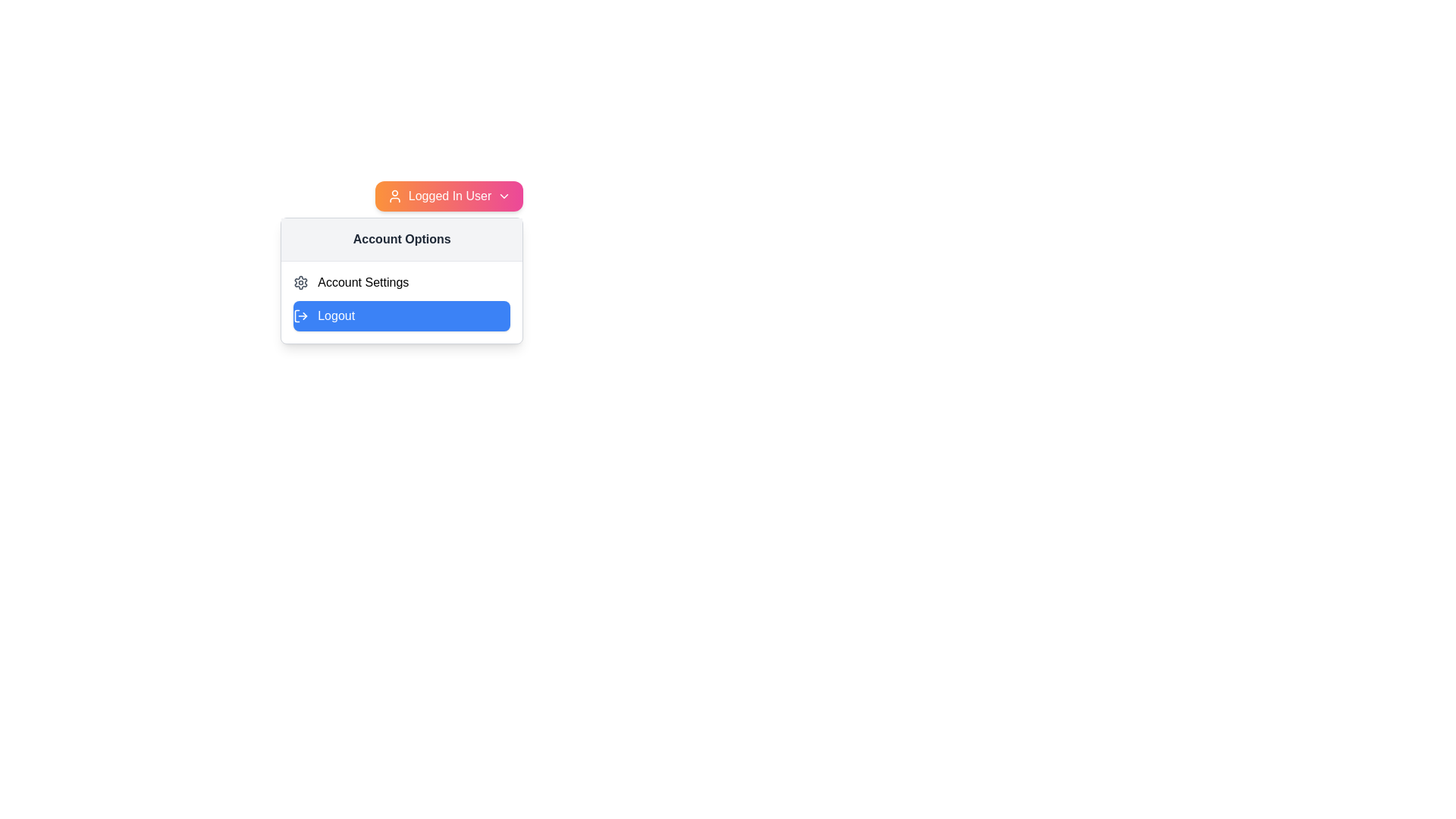  What do you see at coordinates (394, 195) in the screenshot?
I see `the user profile icon located to the left of the 'Logged In User' label` at bounding box center [394, 195].